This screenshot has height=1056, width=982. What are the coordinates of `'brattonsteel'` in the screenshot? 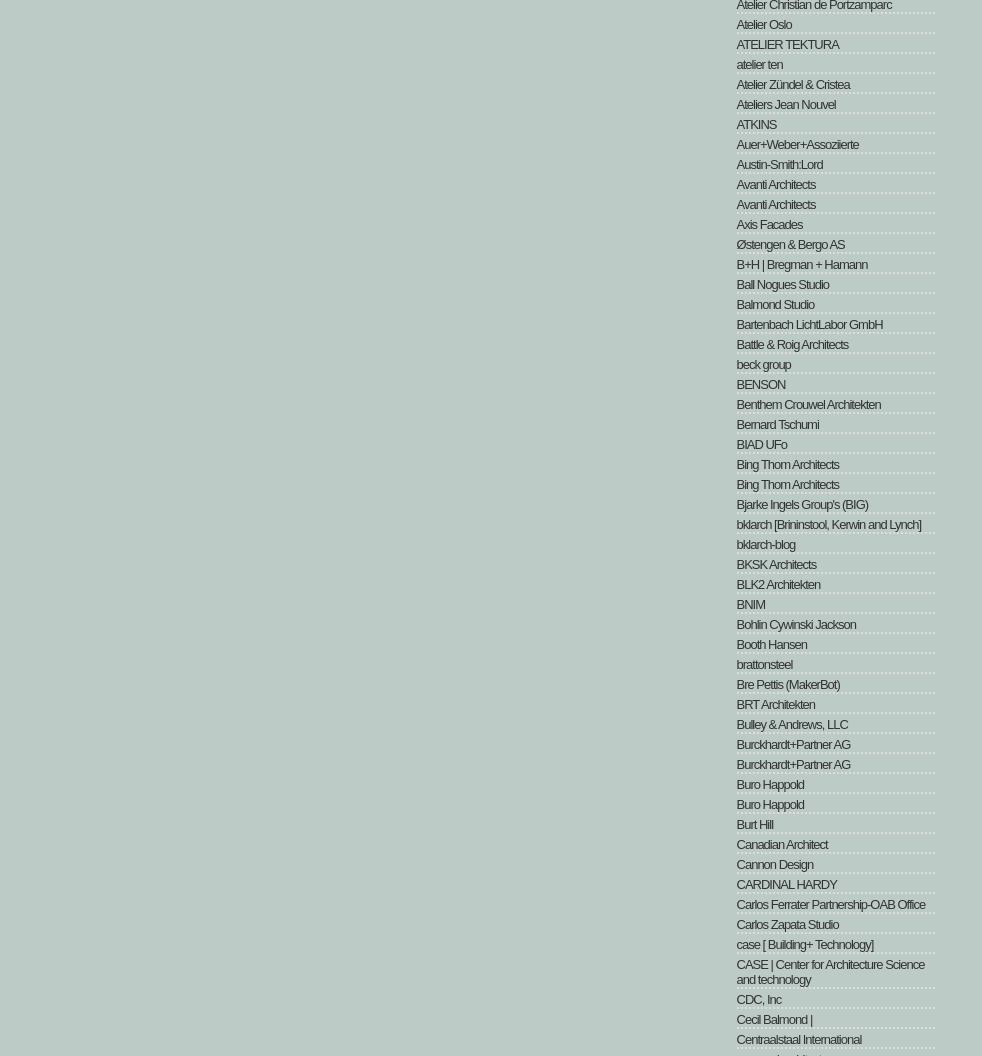 It's located at (763, 664).